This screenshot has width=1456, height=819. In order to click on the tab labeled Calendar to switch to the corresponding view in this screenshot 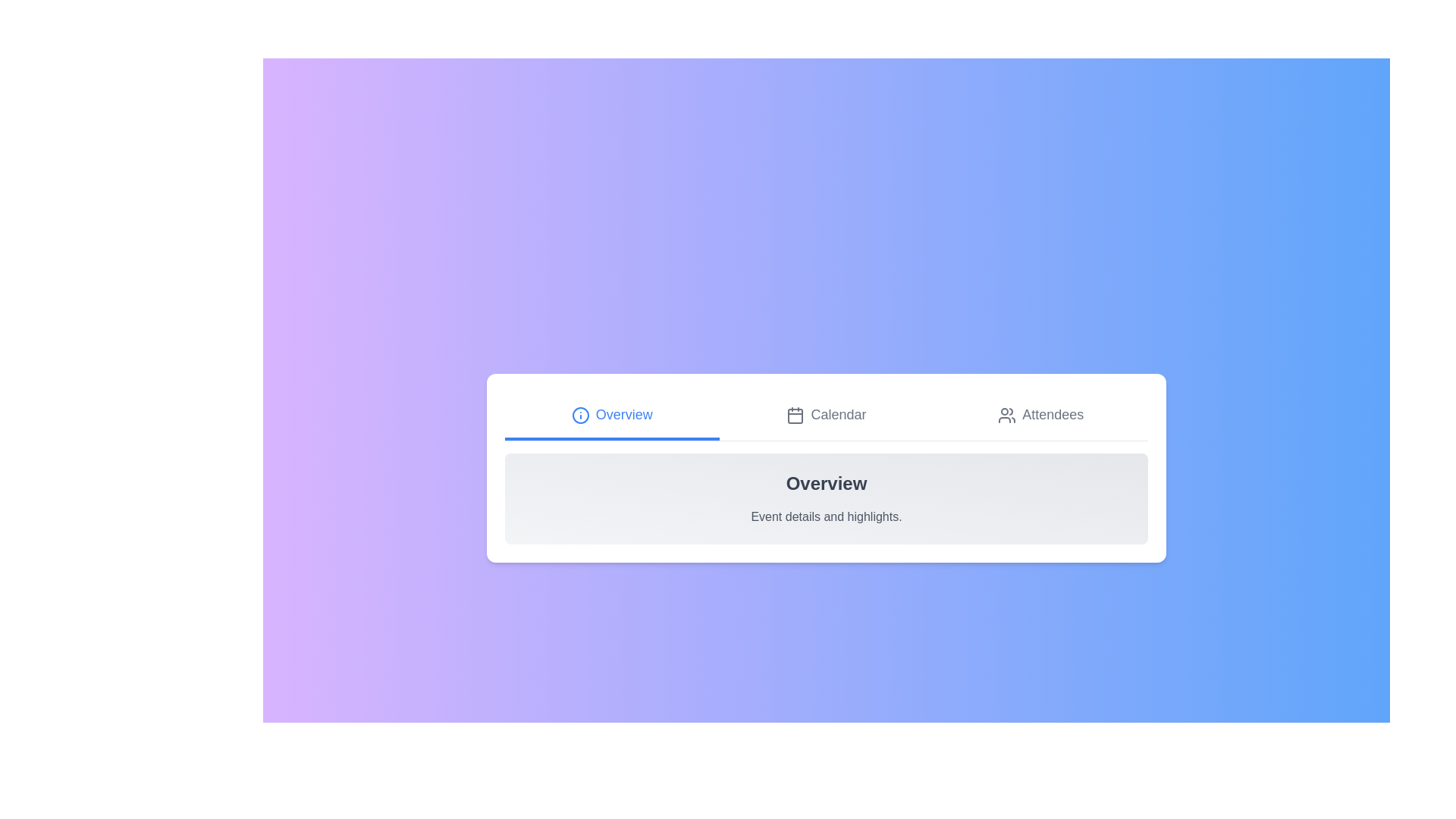, I will do `click(825, 415)`.